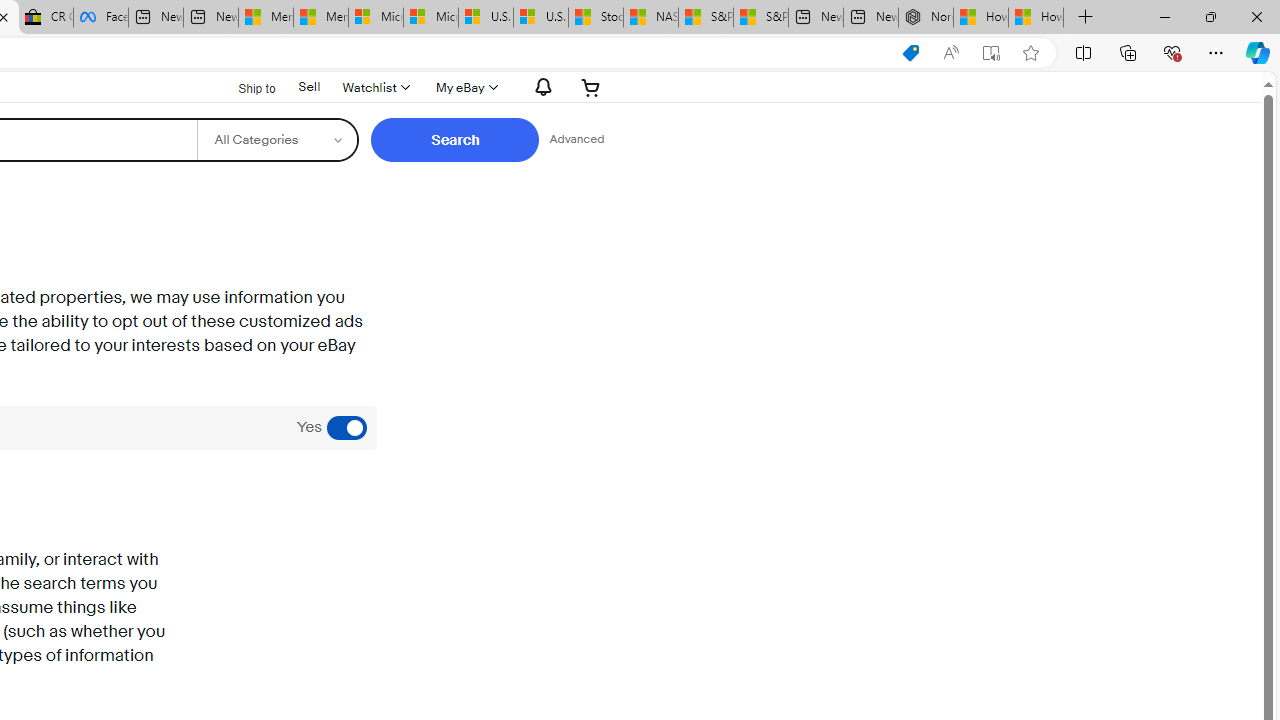 The height and width of the screenshot is (720, 1280). I want to click on 'Advanced Search', so click(575, 139).